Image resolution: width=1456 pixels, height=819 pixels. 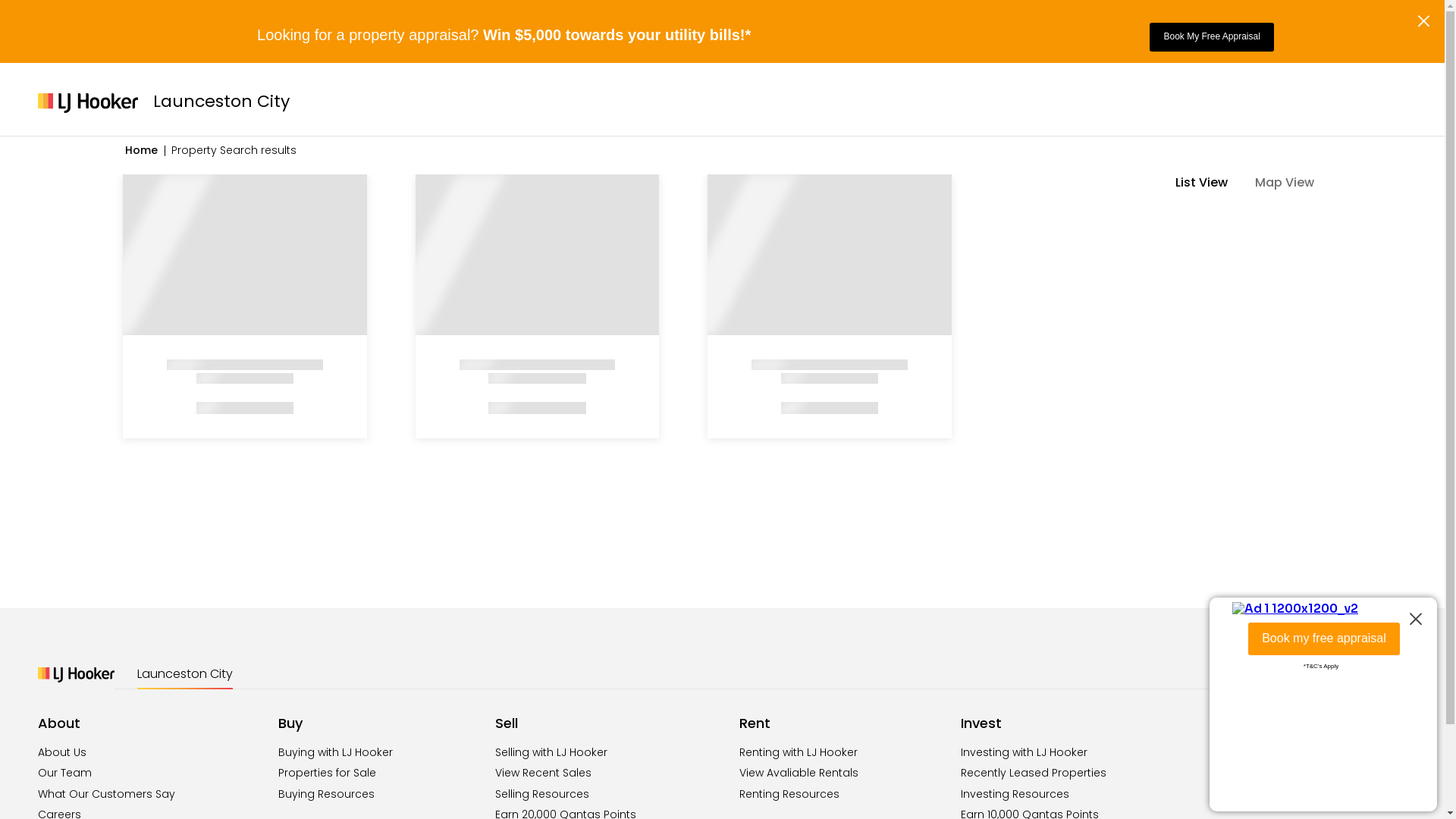 What do you see at coordinates (543, 772) in the screenshot?
I see `'View Recent Sales'` at bounding box center [543, 772].